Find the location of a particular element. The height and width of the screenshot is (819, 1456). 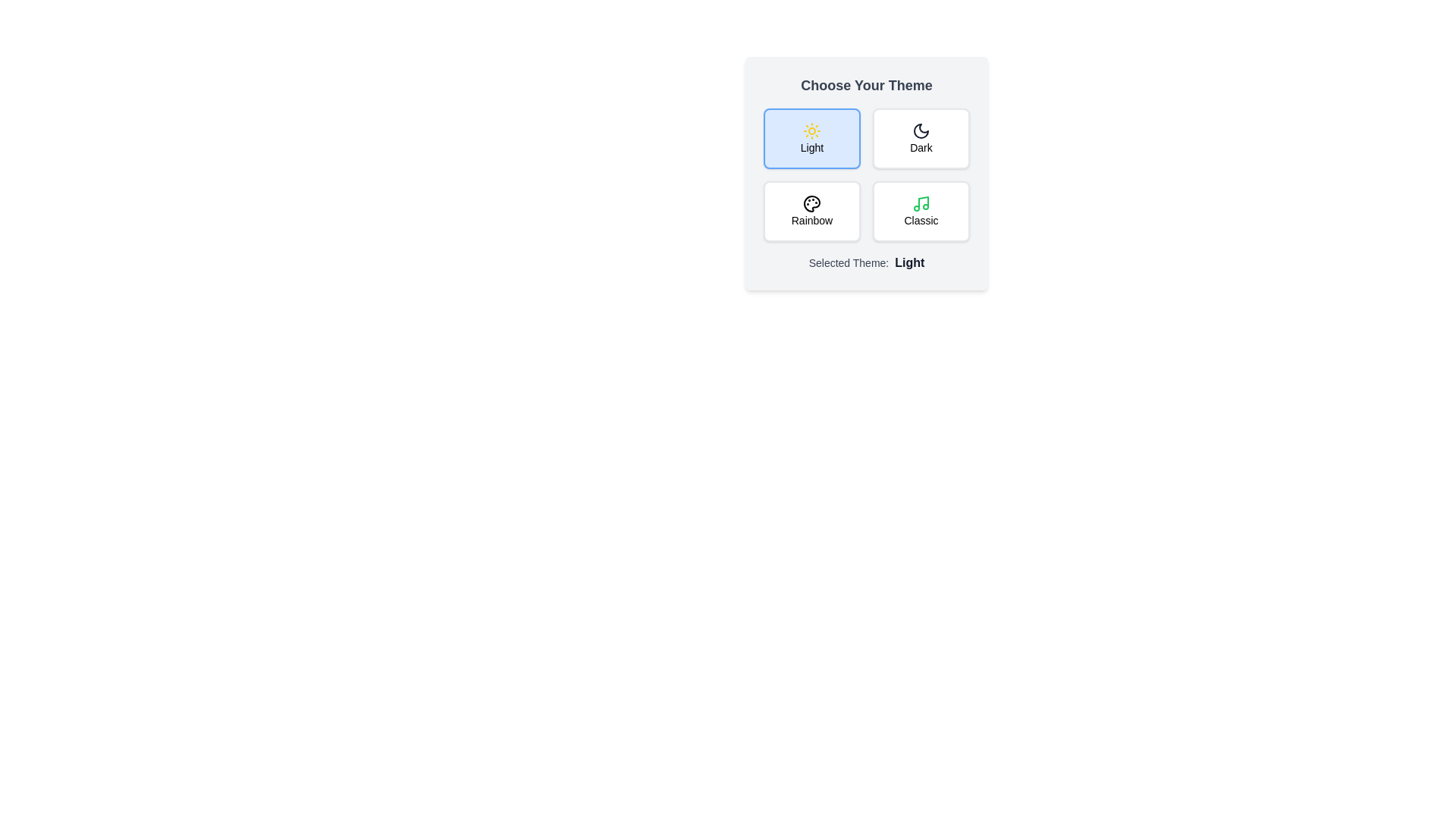

the theme button corresponding to the theme Light is located at coordinates (811, 138).